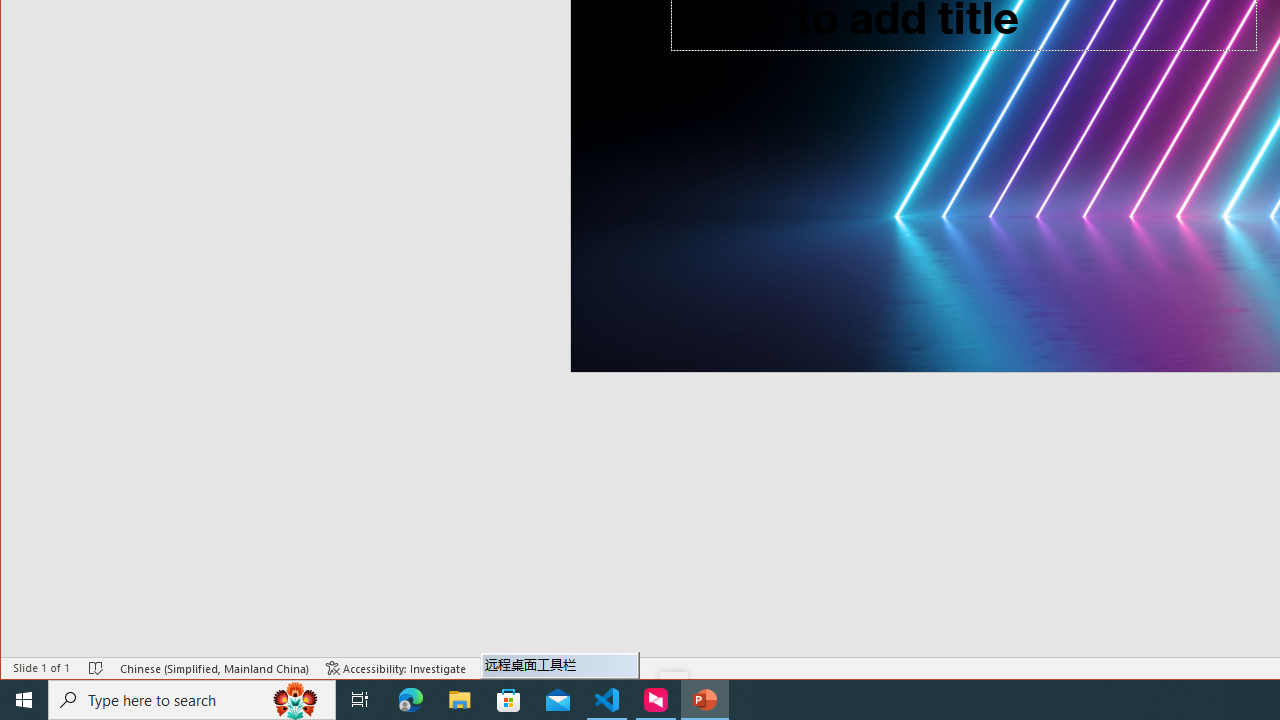 The image size is (1280, 720). I want to click on 'File Explorer', so click(459, 698).